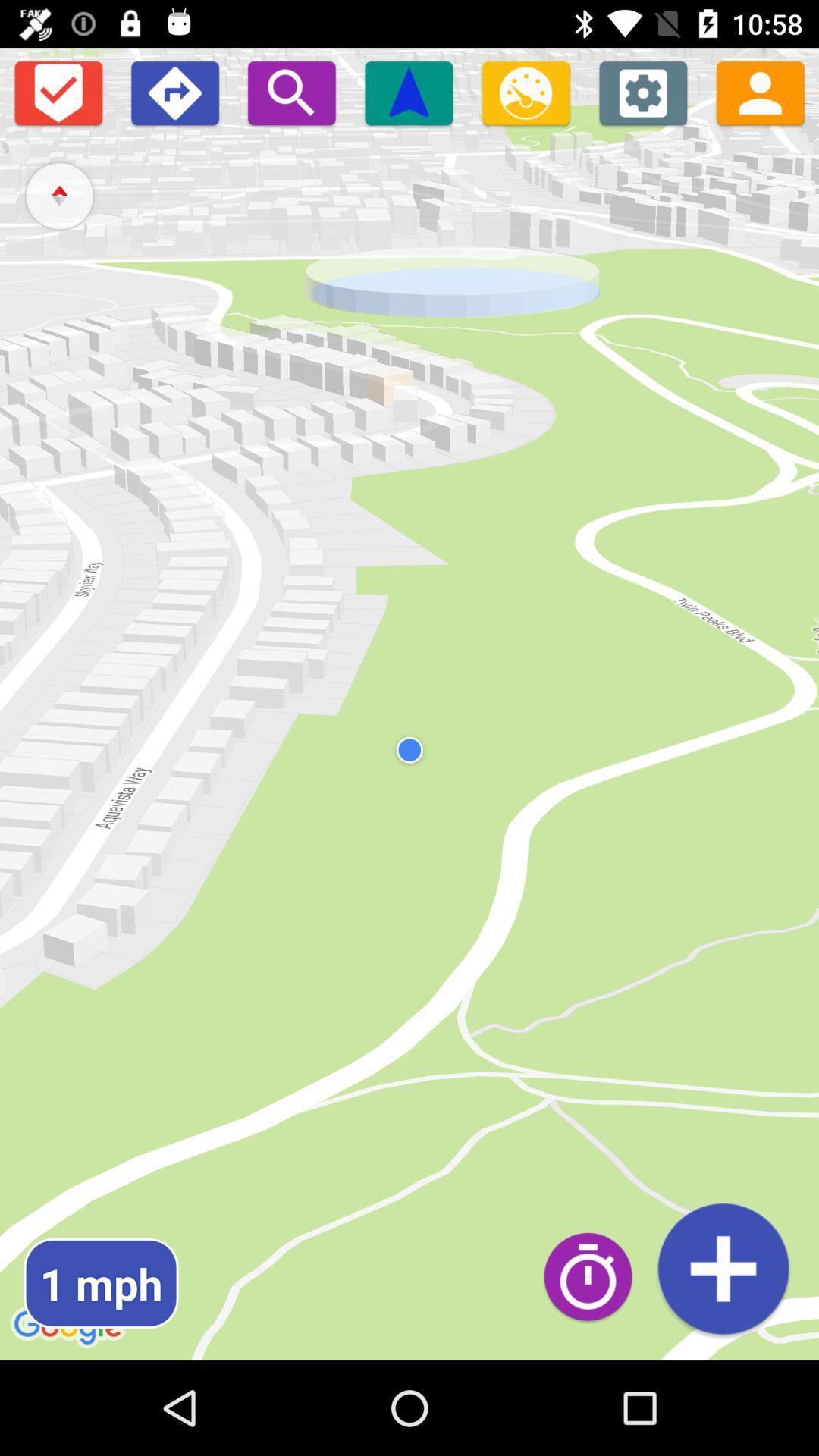 Image resolution: width=819 pixels, height=1456 pixels. I want to click on zoom in, so click(291, 92).